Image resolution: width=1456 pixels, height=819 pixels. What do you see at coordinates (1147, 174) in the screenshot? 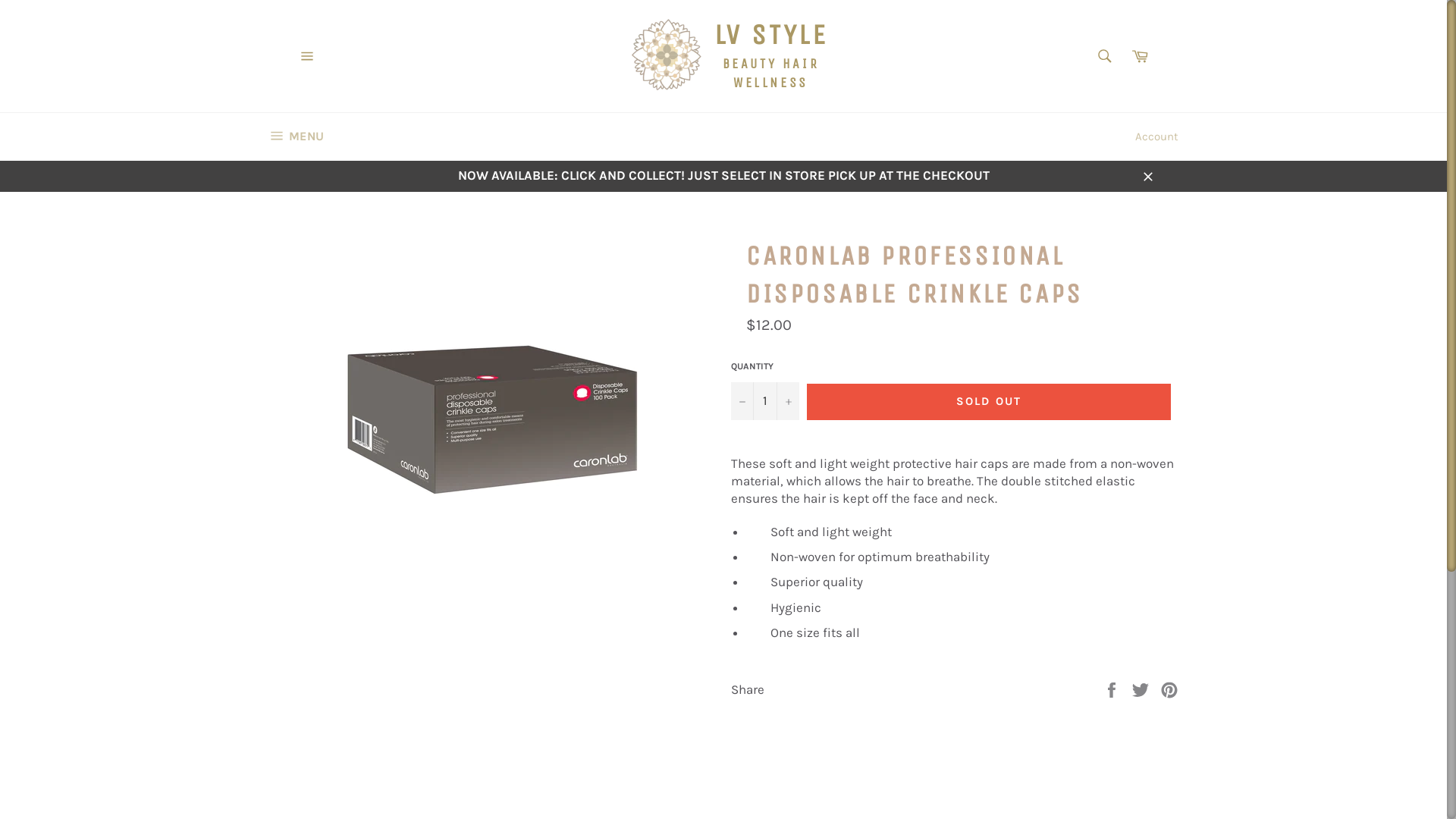
I see `'Close'` at bounding box center [1147, 174].